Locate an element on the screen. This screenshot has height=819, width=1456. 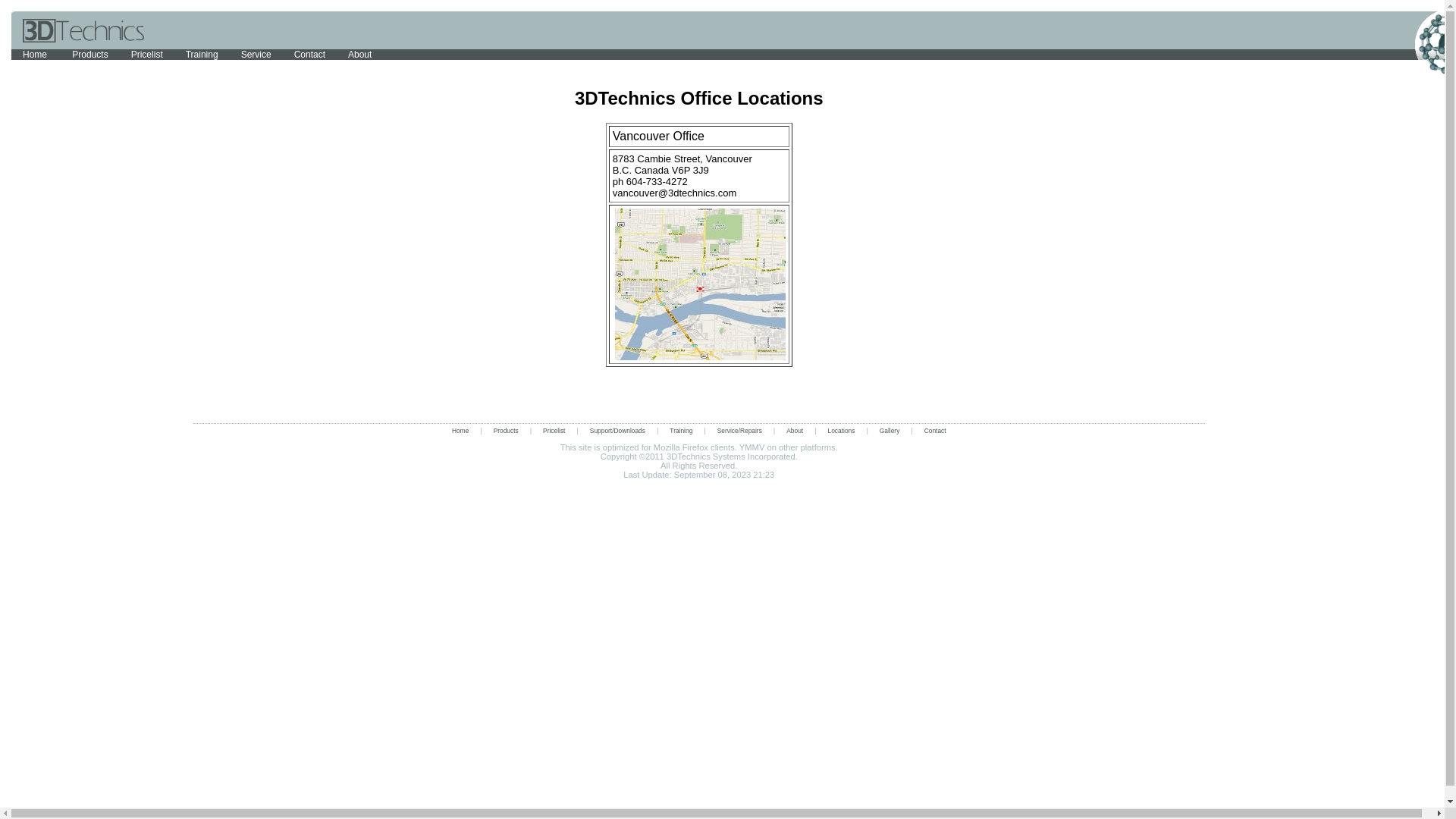
'Pricelist' is located at coordinates (553, 430).